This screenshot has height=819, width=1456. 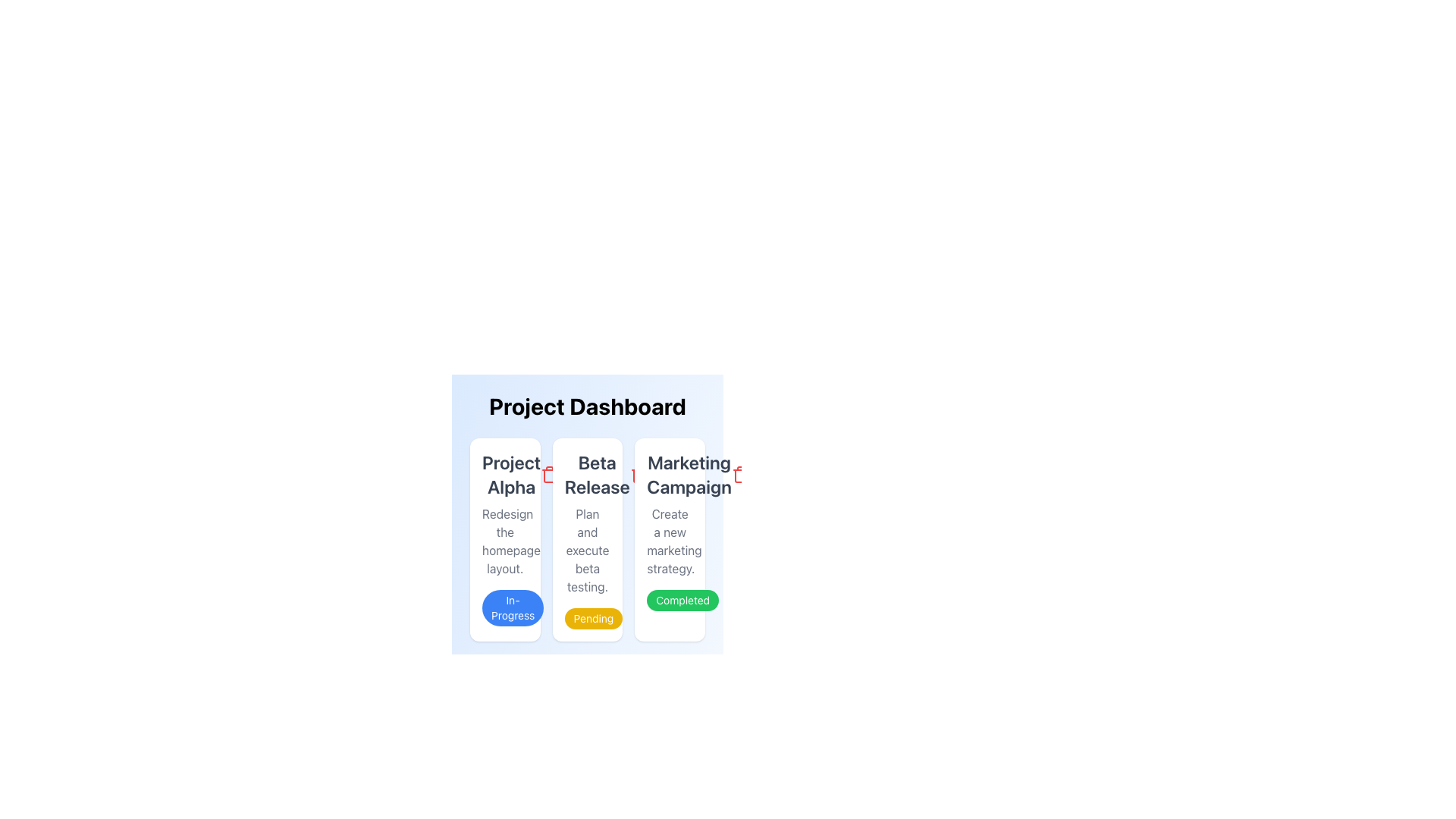 I want to click on the red trash icon button located to the right of the 'Beta Release' section in the Project Dashboard to observe hover effects, so click(x=639, y=473).